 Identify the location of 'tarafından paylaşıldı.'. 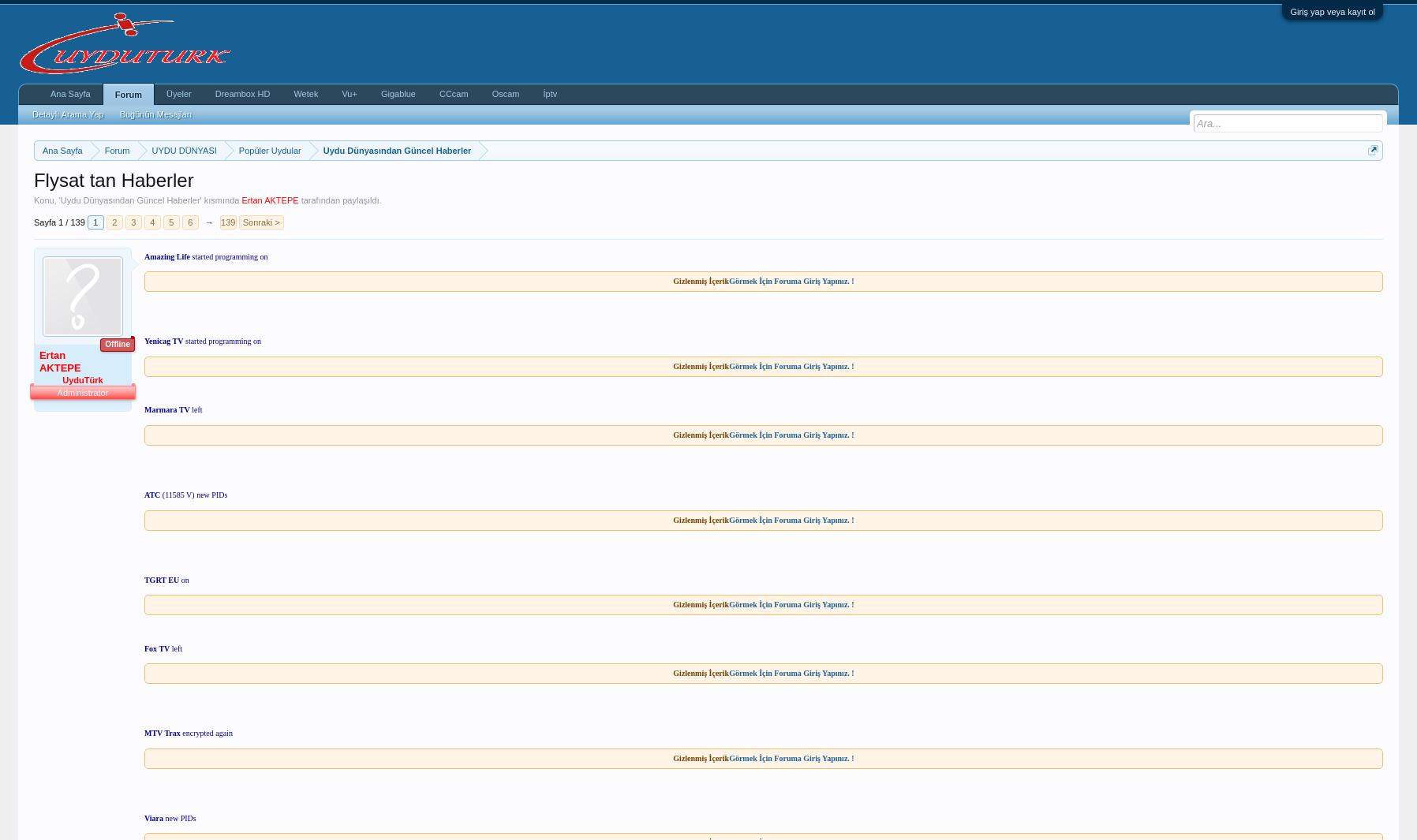
(298, 199).